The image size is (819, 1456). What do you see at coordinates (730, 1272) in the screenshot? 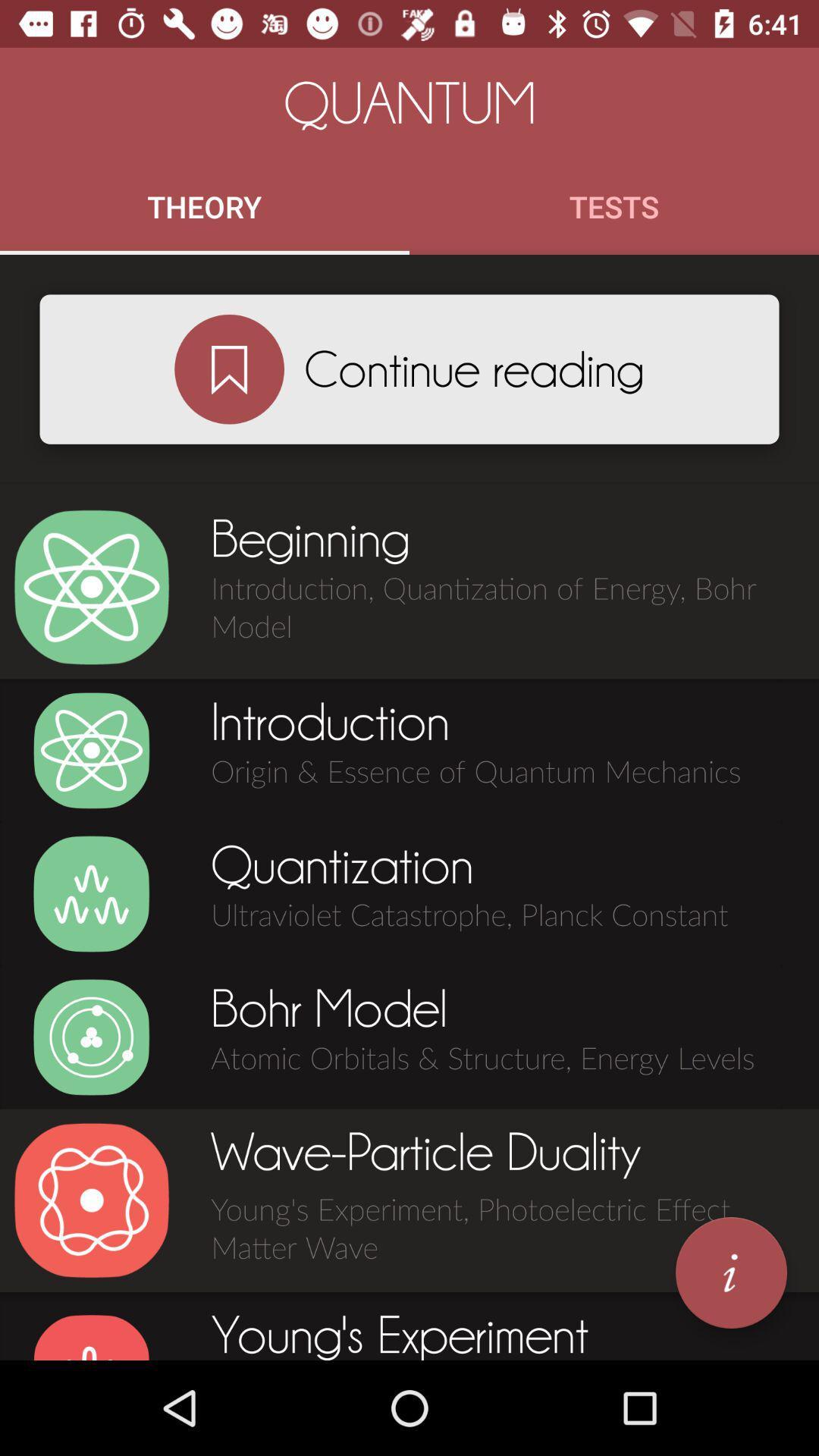
I see `icon to the right of young's experiment item` at bounding box center [730, 1272].